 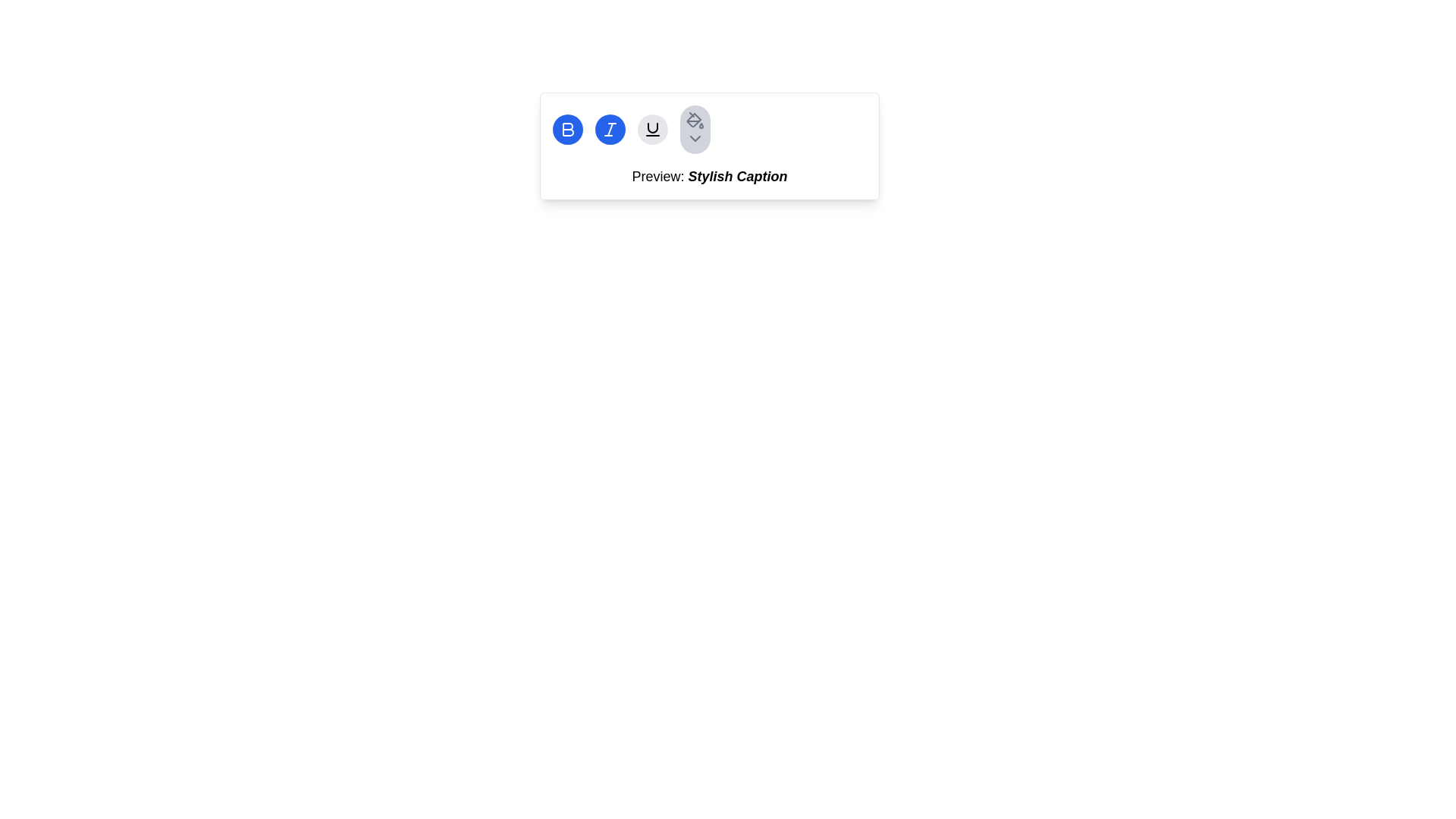 I want to click on the upper and larger curved stroke of the icon's vector graphic component, which is part of a decorative or symbolic group related to styling or annotation, so click(x=652, y=127).